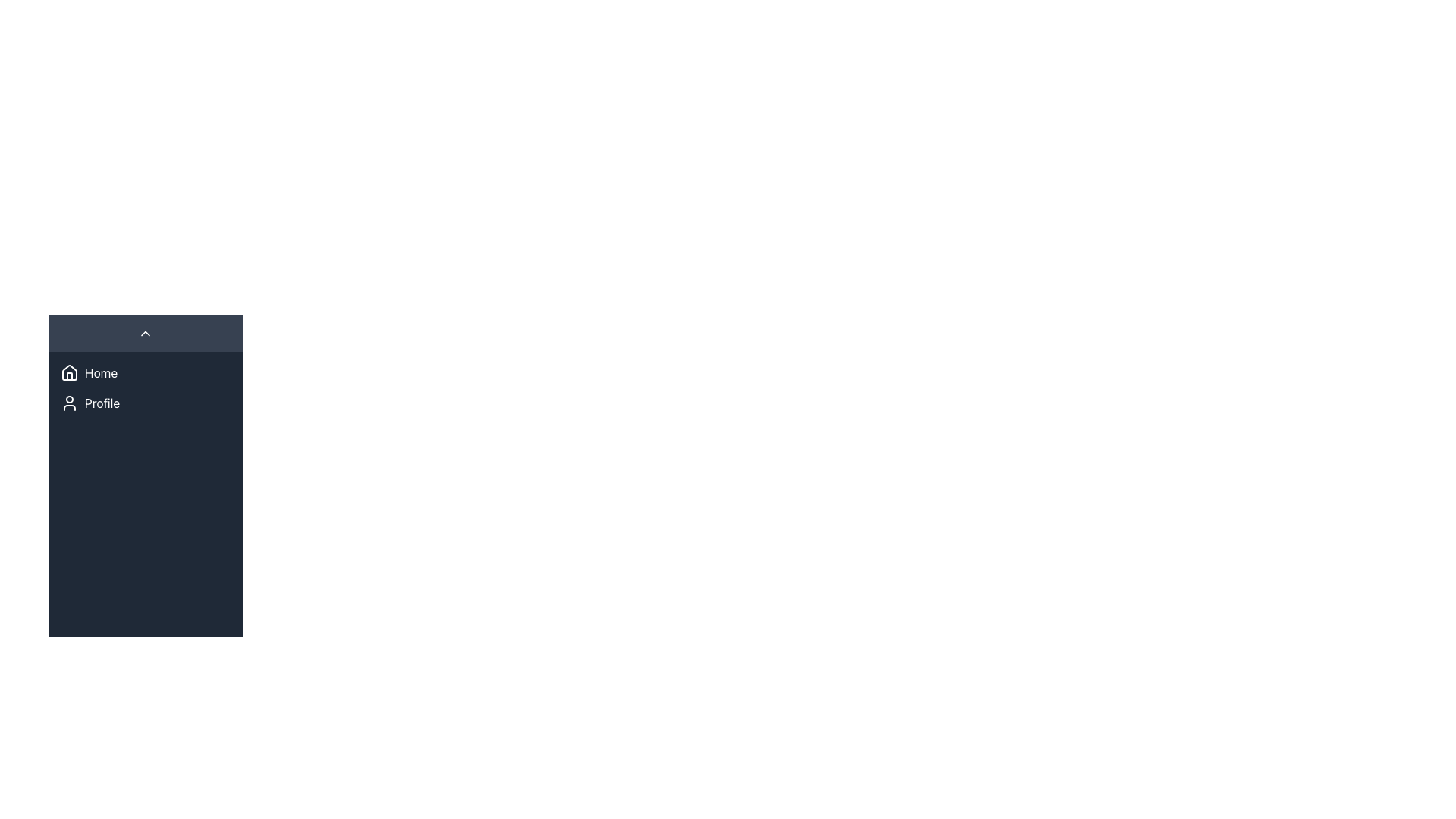 This screenshot has height=819, width=1456. Describe the element at coordinates (68, 403) in the screenshot. I see `the outlined user icon resembling a stick figure with a circular head and shoulders, located in the vertical sidebar menu to the left of the text 'Profile'` at that location.